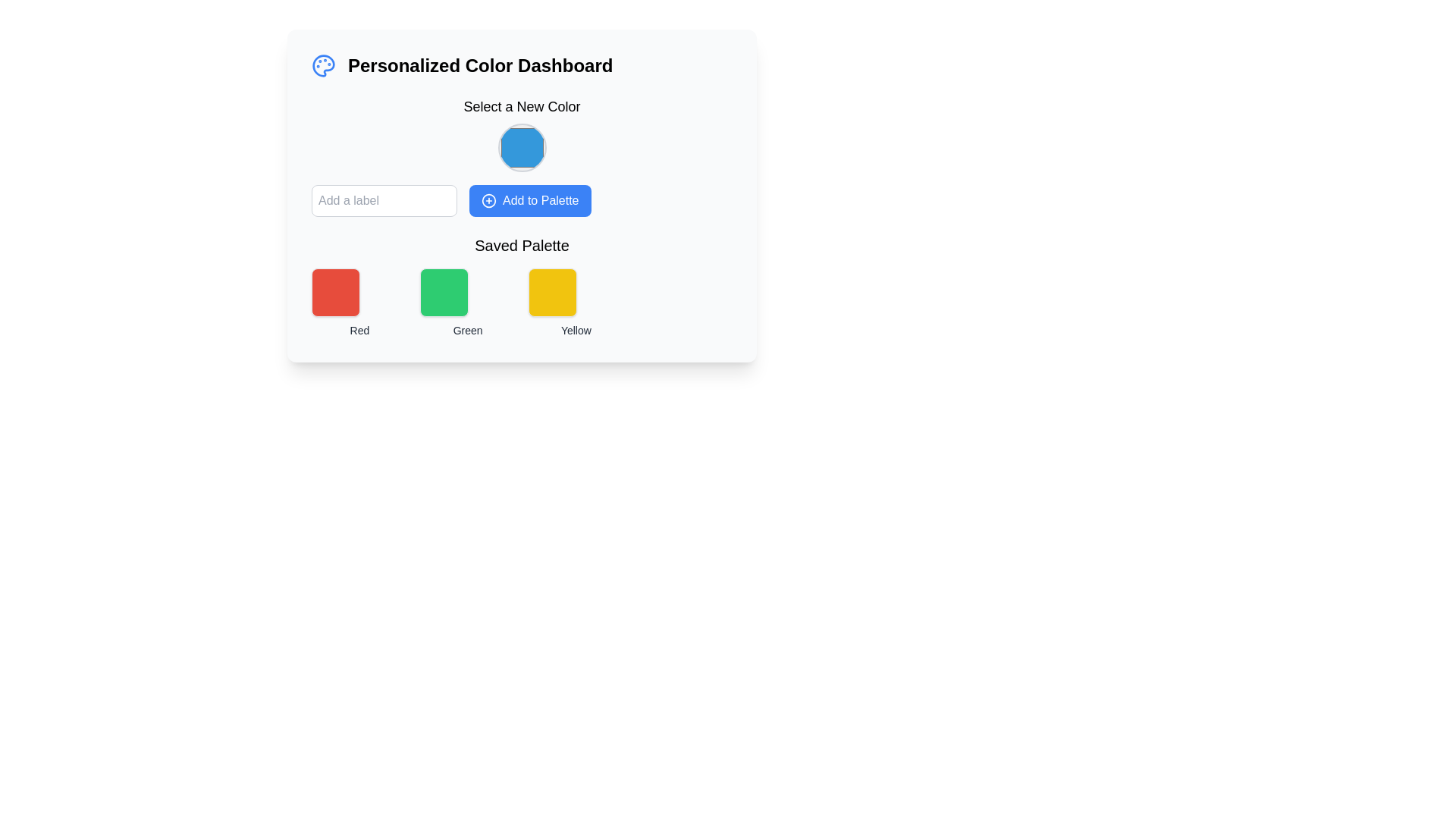  What do you see at coordinates (522, 65) in the screenshot?
I see `text displayed in the Header with Icon and Text at the top of the centered rectangular panel` at bounding box center [522, 65].